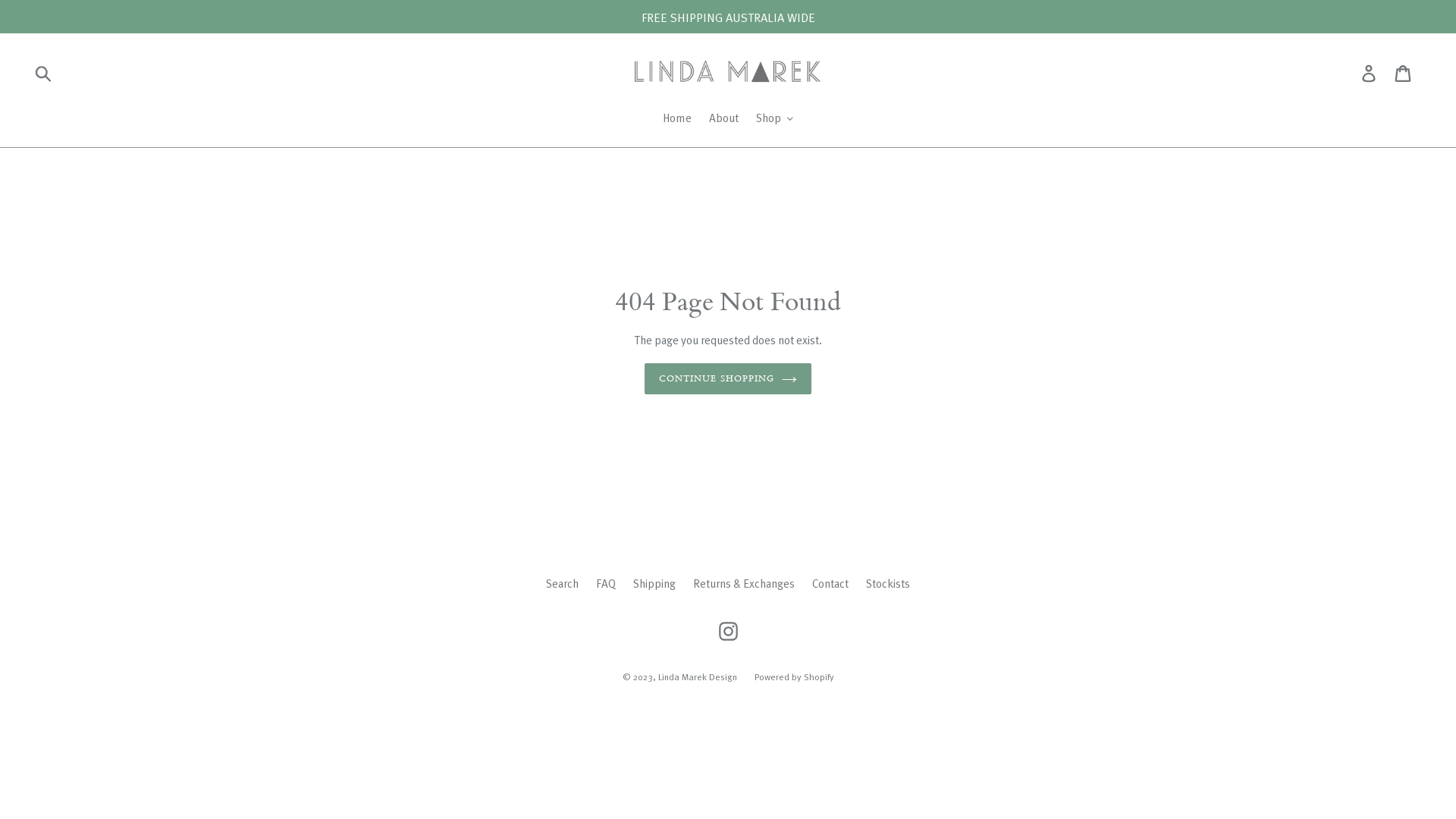 This screenshot has height=819, width=1456. Describe the element at coordinates (692, 582) in the screenshot. I see `'Returns & Exchanges'` at that location.